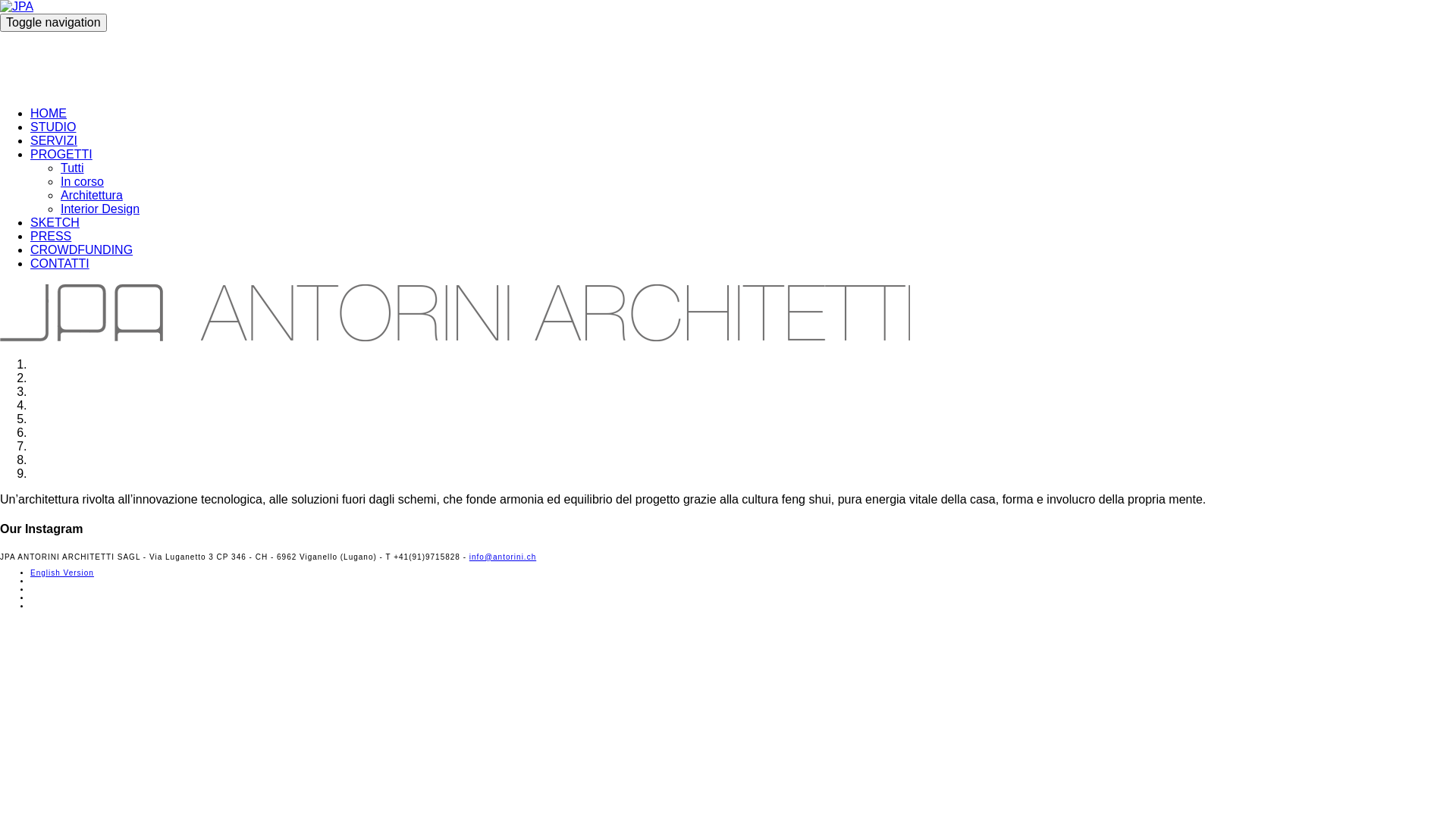  I want to click on 'CROWDFUNDING', so click(30, 249).